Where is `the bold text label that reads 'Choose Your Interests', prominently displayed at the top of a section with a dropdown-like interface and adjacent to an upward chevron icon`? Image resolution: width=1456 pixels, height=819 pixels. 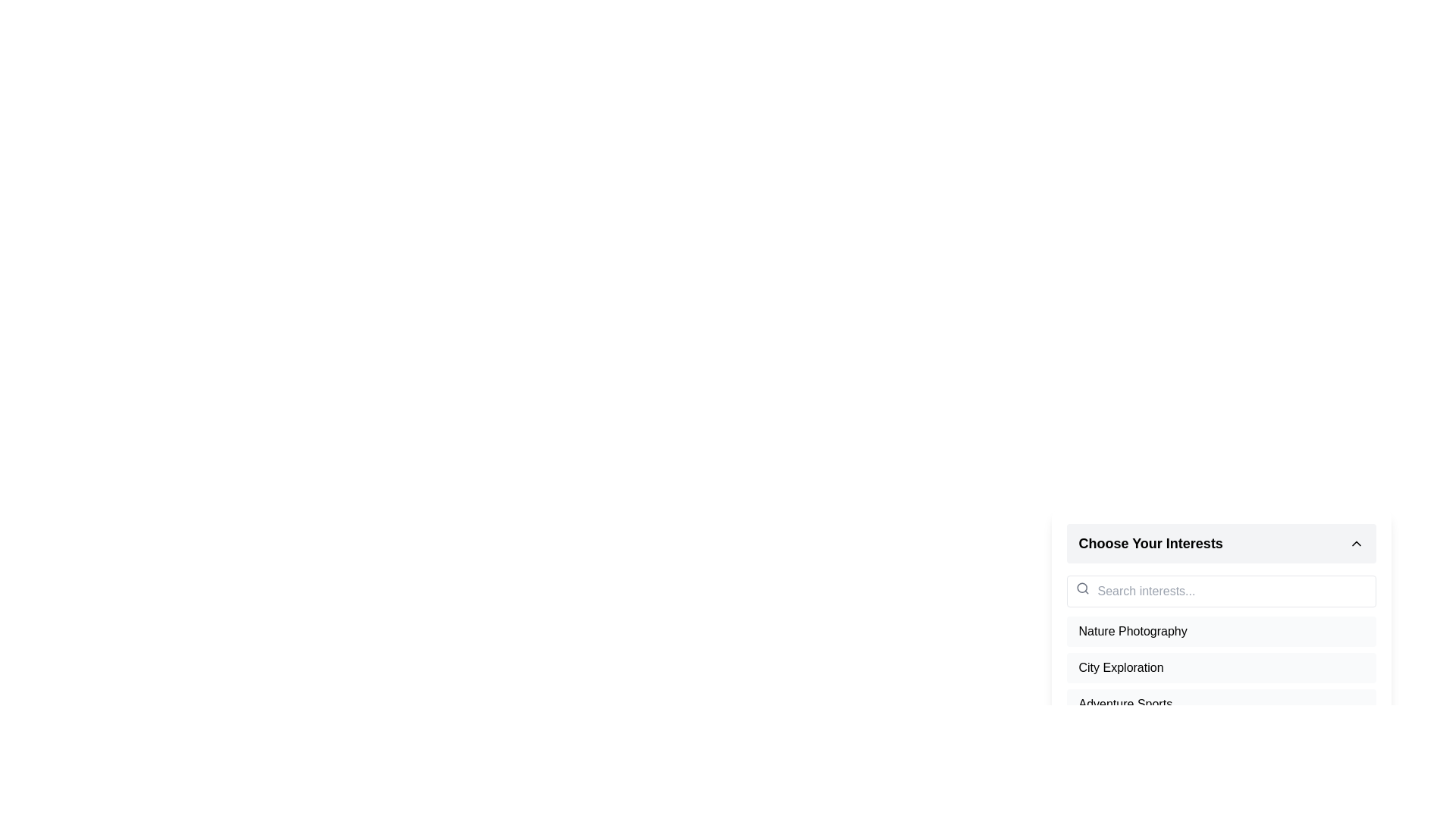 the bold text label that reads 'Choose Your Interests', prominently displayed at the top of a section with a dropdown-like interface and adjacent to an upward chevron icon is located at coordinates (1150, 543).